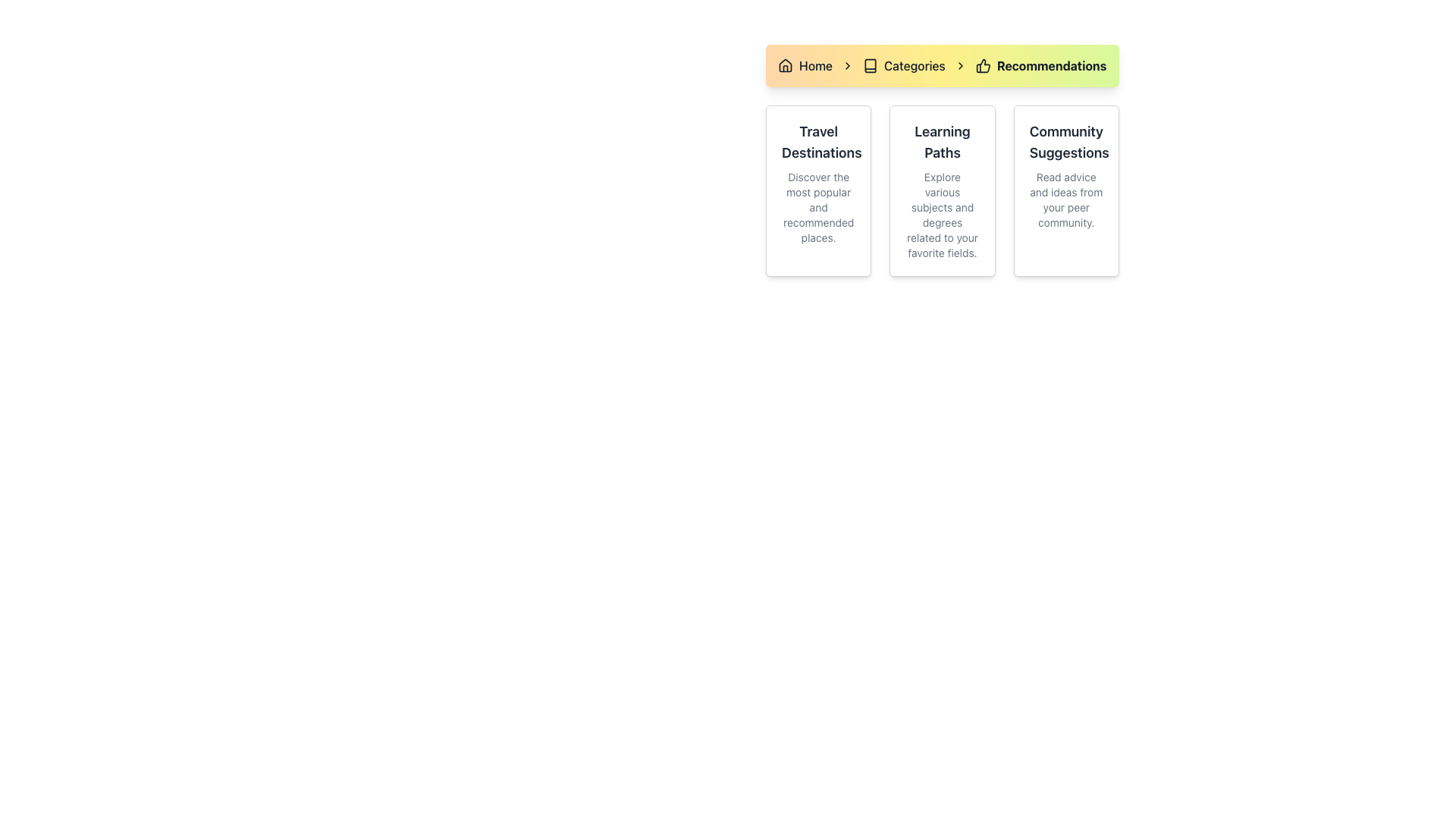 This screenshot has height=819, width=1456. What do you see at coordinates (983, 65) in the screenshot?
I see `the first icon in the navigation bar, which represents approvals or recommendations, located to the left of the 'Recommendations' text` at bounding box center [983, 65].